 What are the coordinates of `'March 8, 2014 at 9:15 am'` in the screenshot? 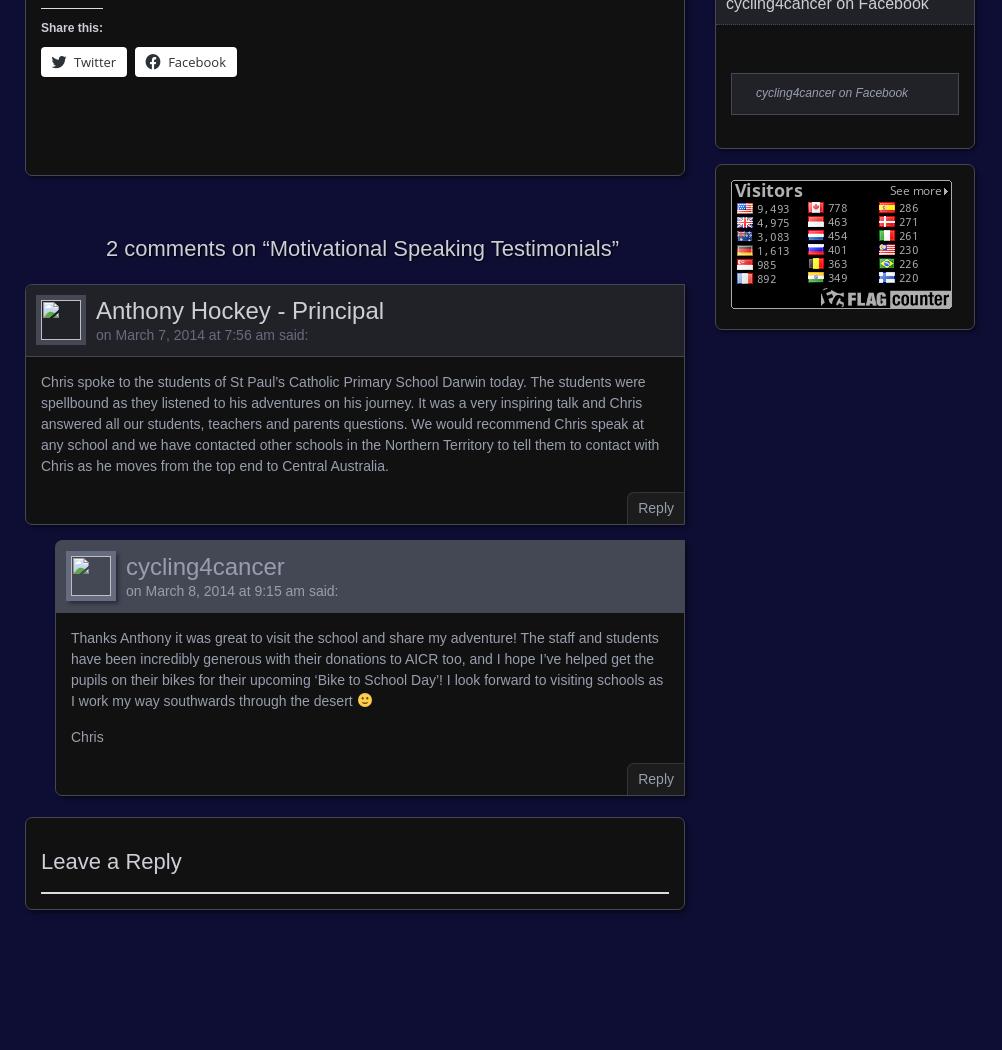 It's located at (225, 588).